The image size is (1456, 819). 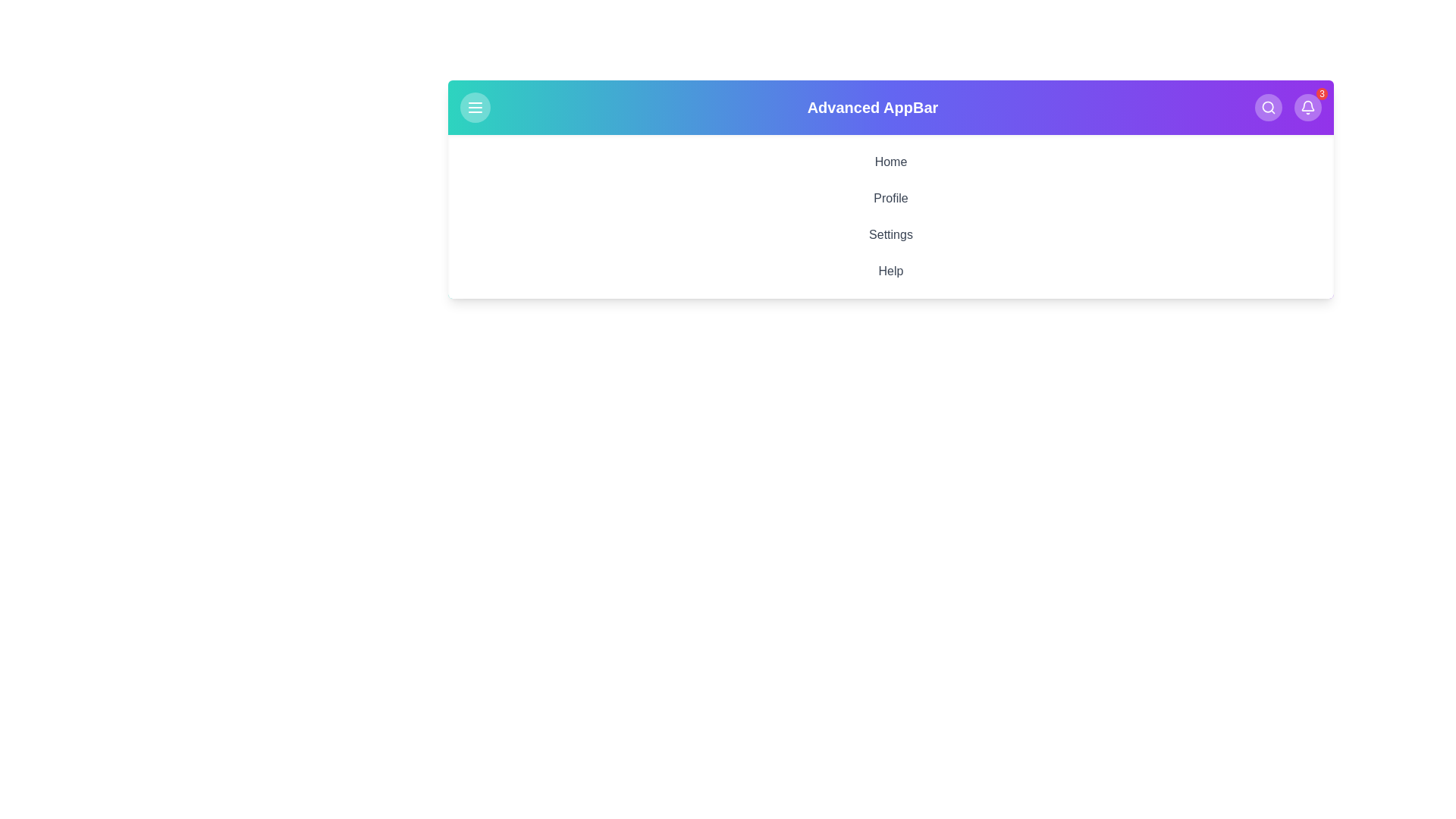 I want to click on the search button in the top right corner of the app bar, so click(x=1268, y=107).